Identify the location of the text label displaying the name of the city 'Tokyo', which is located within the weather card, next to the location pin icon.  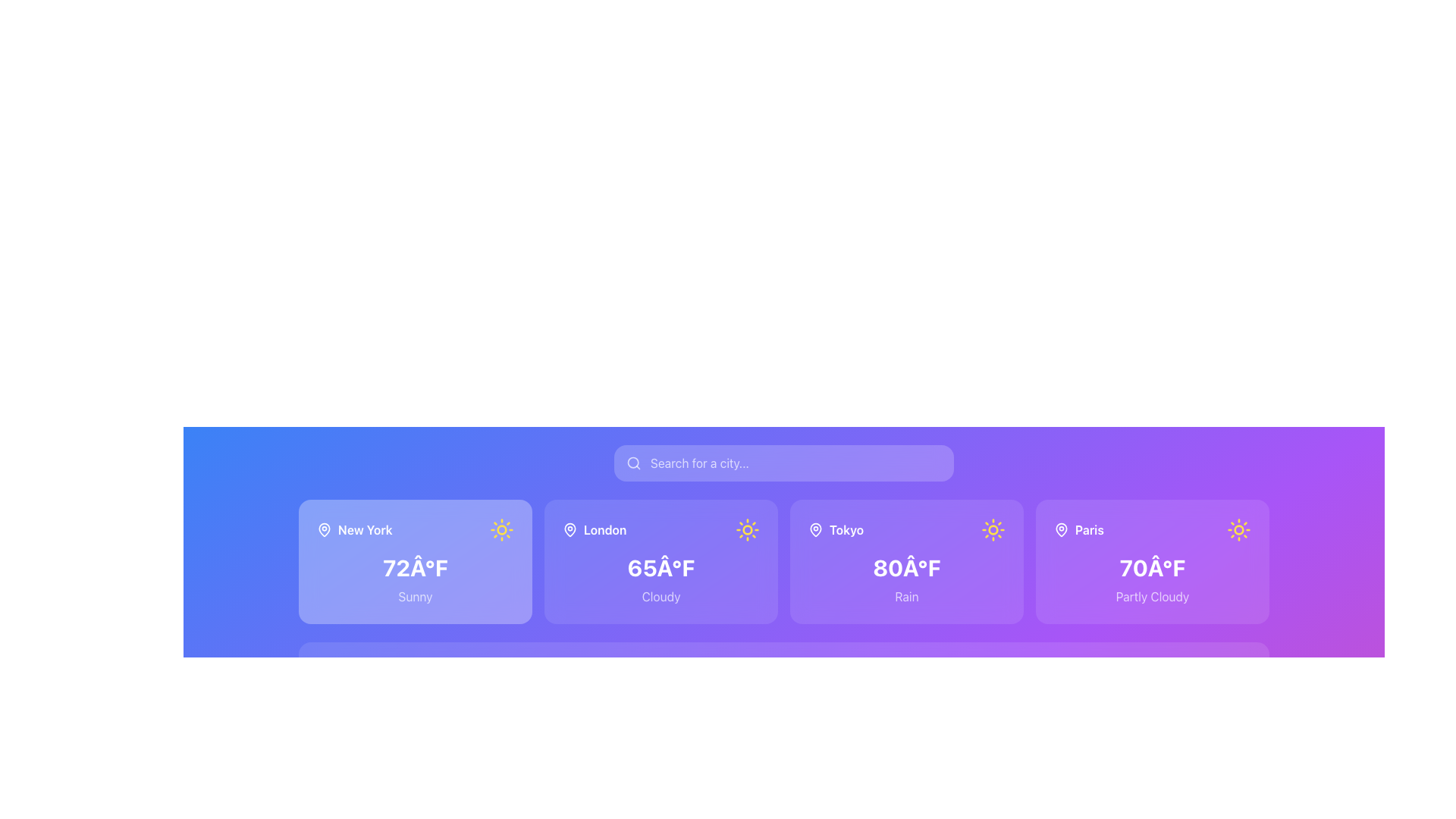
(846, 529).